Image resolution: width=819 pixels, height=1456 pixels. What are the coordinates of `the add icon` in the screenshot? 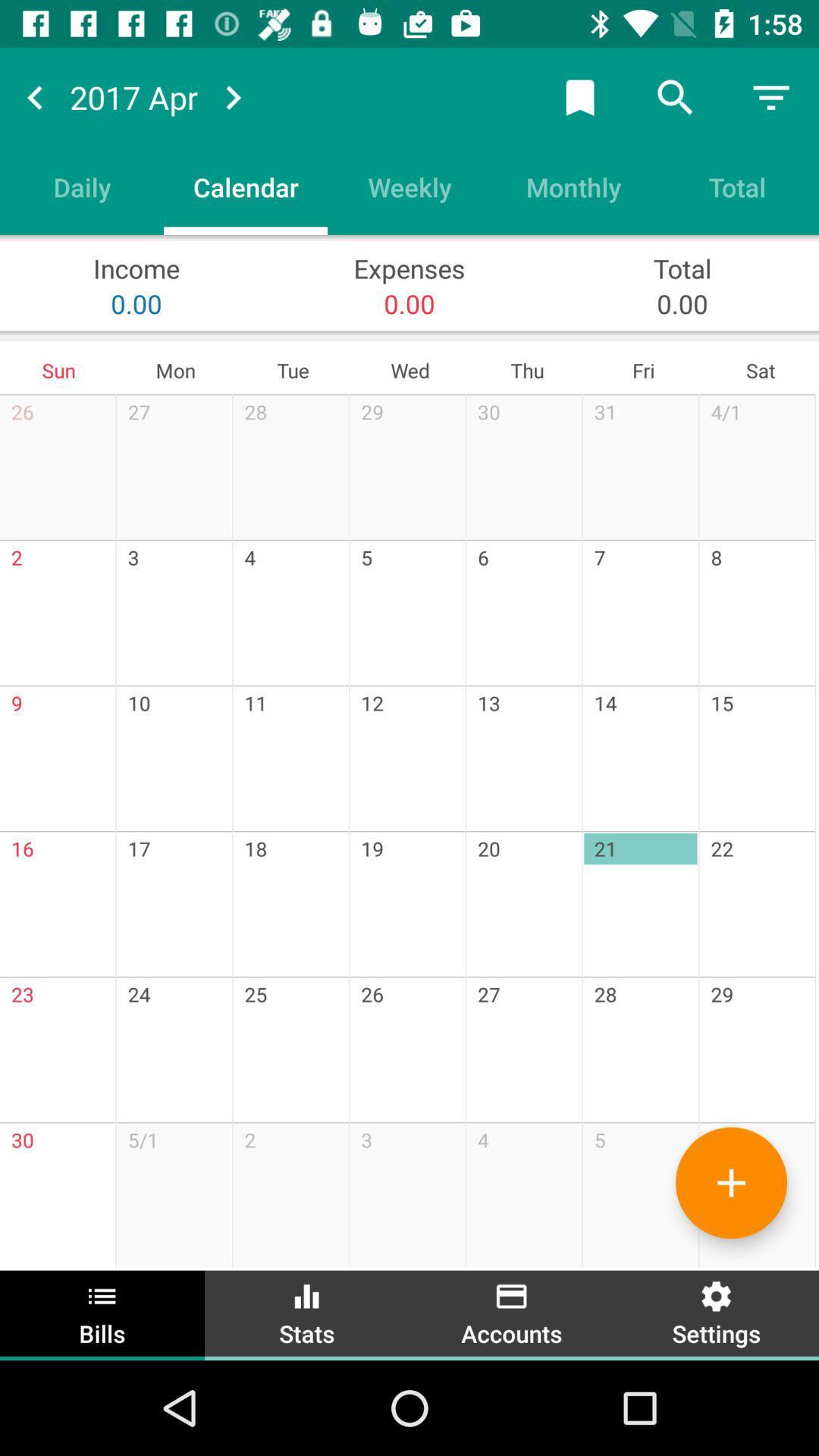 It's located at (730, 1182).